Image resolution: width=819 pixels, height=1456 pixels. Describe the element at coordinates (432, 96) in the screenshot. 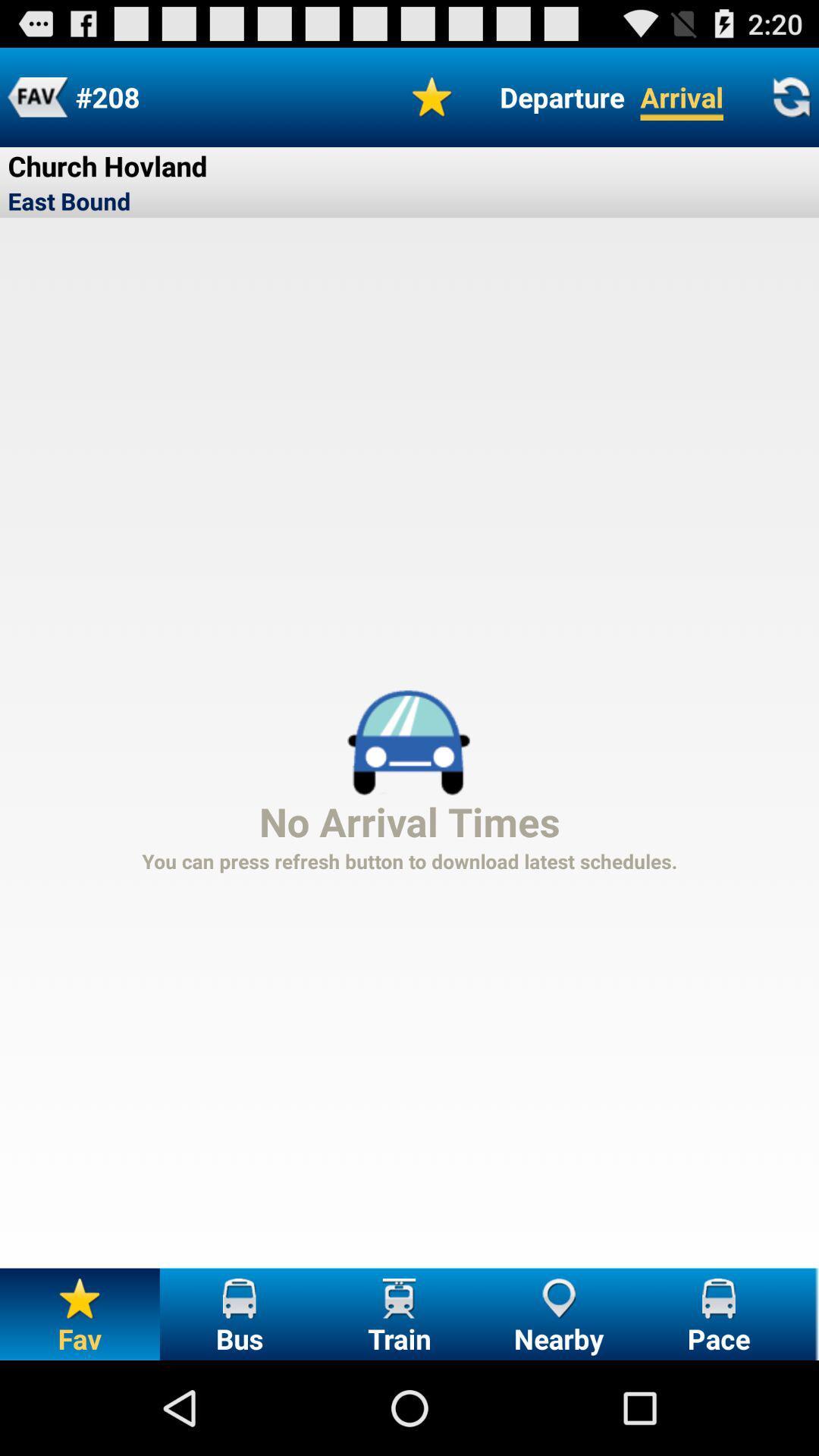

I see `the star present on the top` at that location.